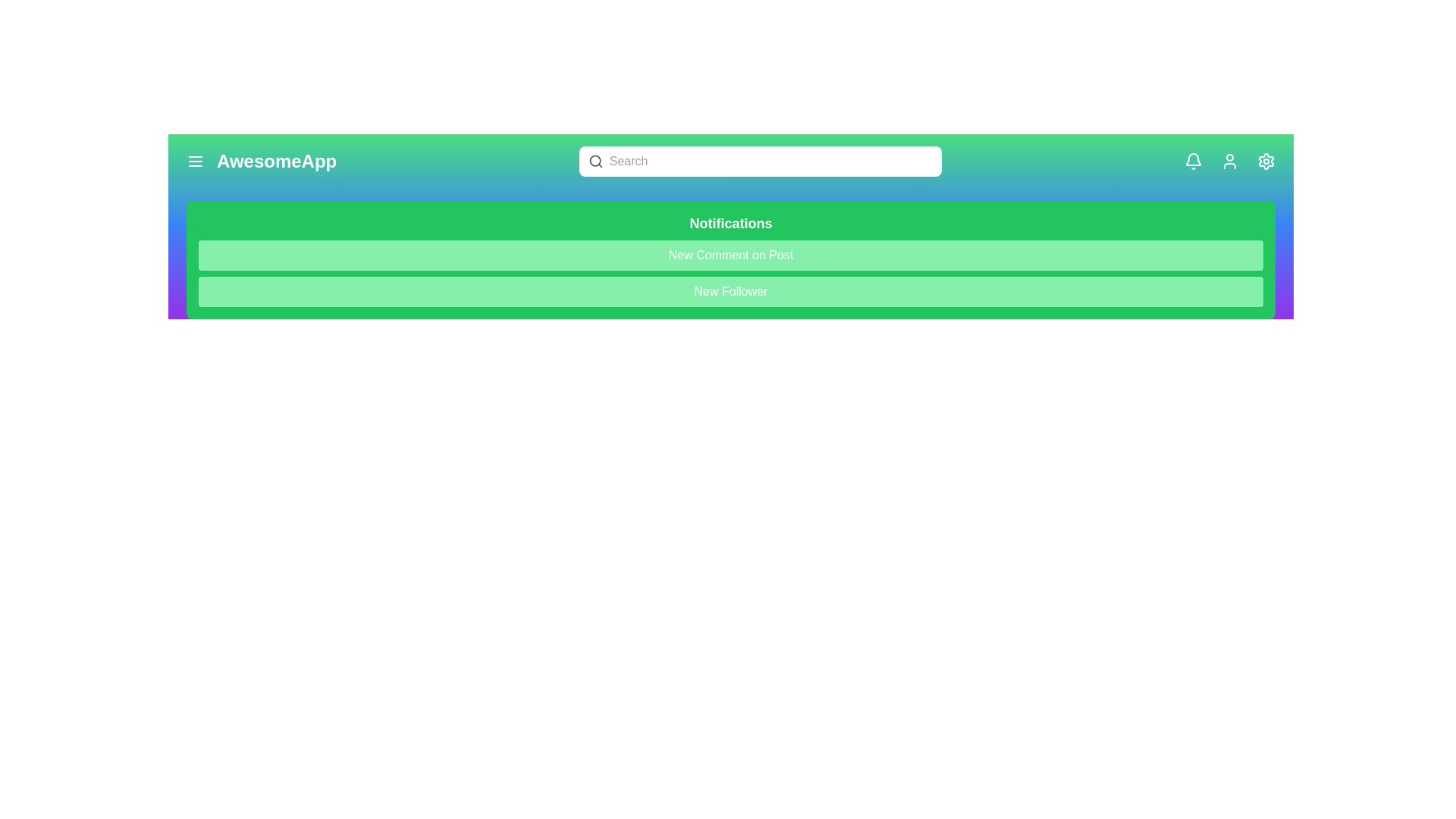 This screenshot has width=1456, height=819. Describe the element at coordinates (595, 161) in the screenshot. I see `the magnifying glass icon located on the left side of the search bar at the top of the interface` at that location.